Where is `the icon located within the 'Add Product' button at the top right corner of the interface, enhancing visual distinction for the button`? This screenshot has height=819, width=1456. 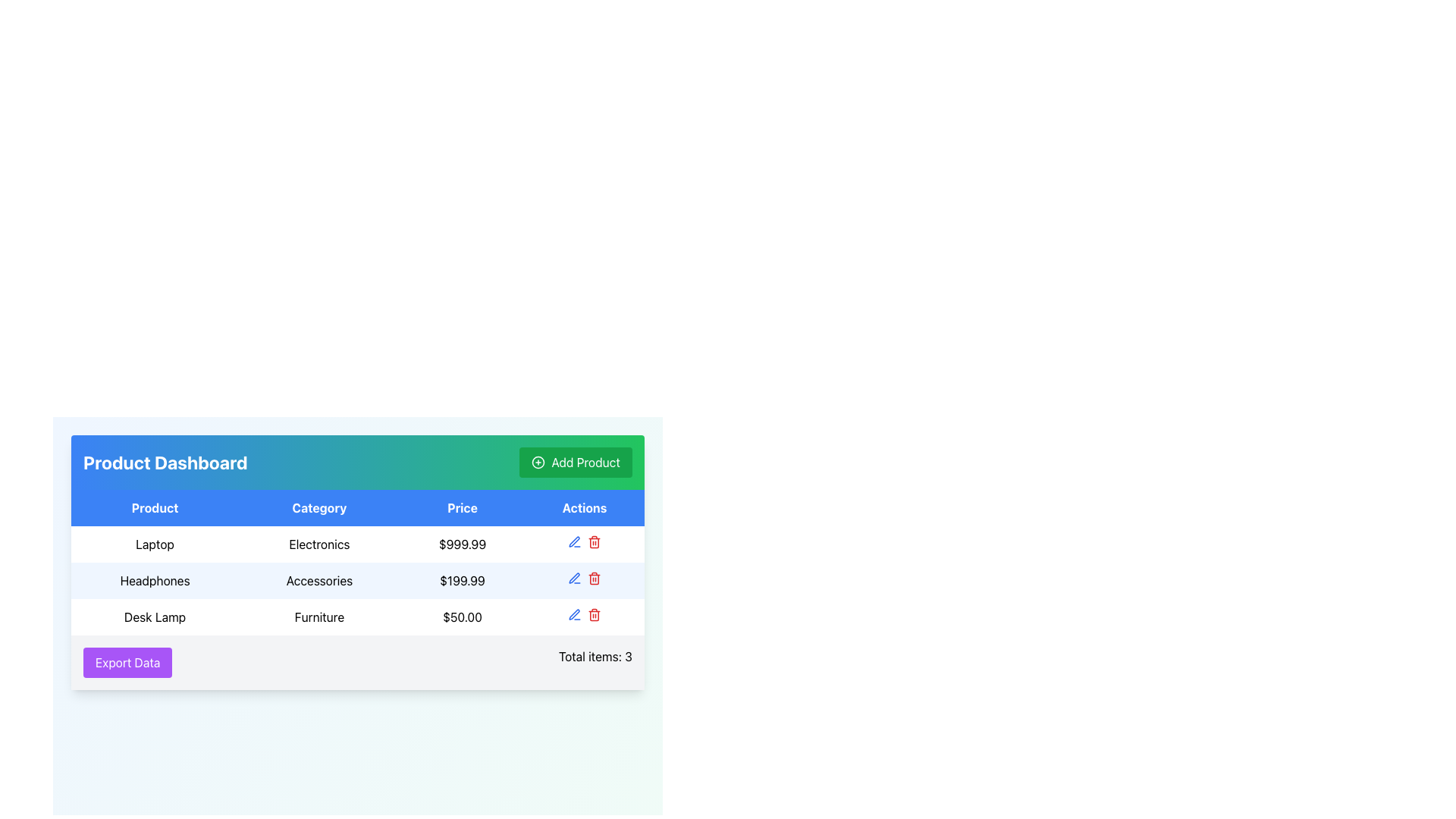 the icon located within the 'Add Product' button at the top right corner of the interface, enhancing visual distinction for the button is located at coordinates (538, 461).